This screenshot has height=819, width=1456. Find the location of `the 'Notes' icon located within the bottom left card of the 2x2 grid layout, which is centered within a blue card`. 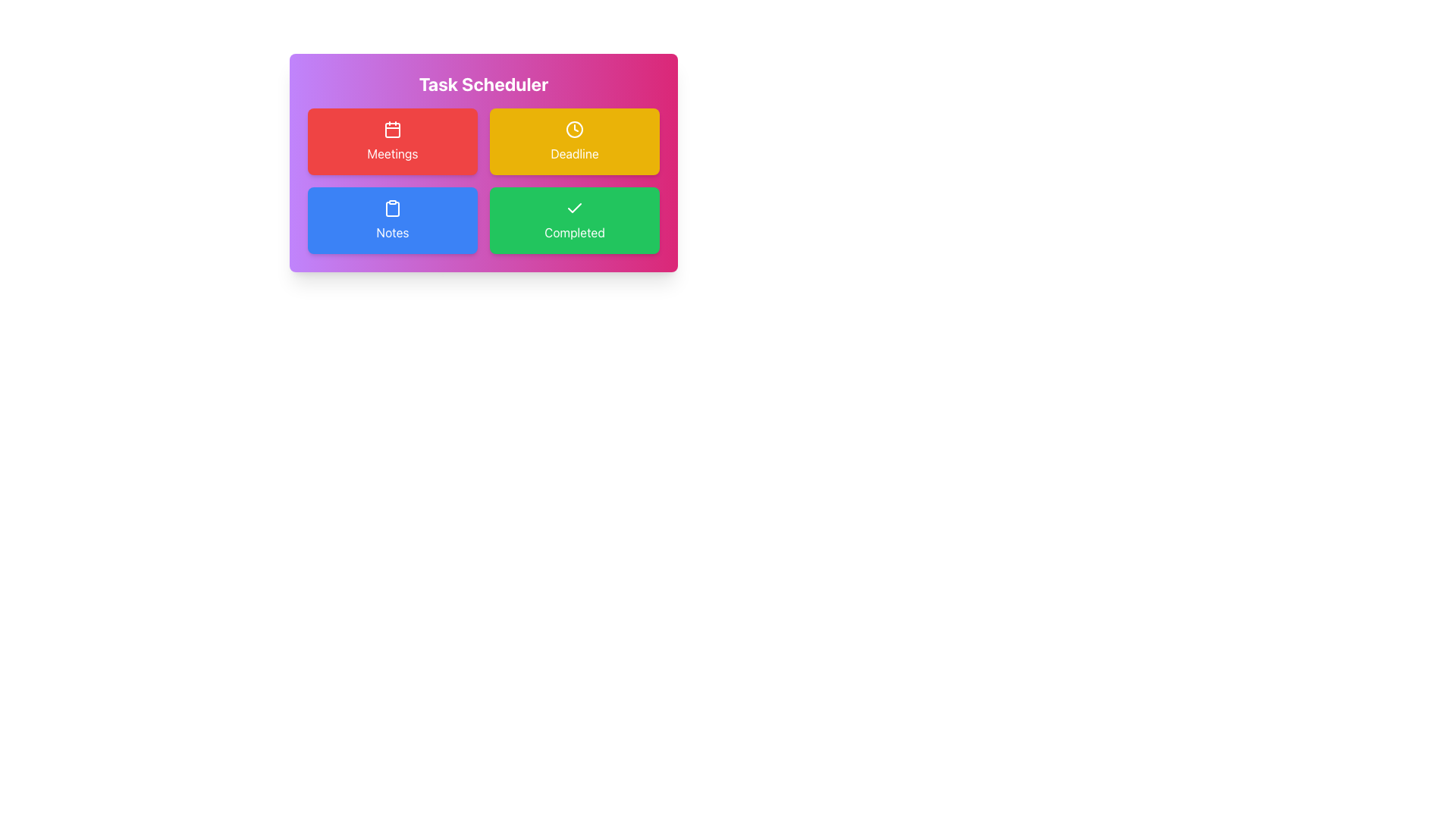

the 'Notes' icon located within the bottom left card of the 2x2 grid layout, which is centered within a blue card is located at coordinates (393, 209).